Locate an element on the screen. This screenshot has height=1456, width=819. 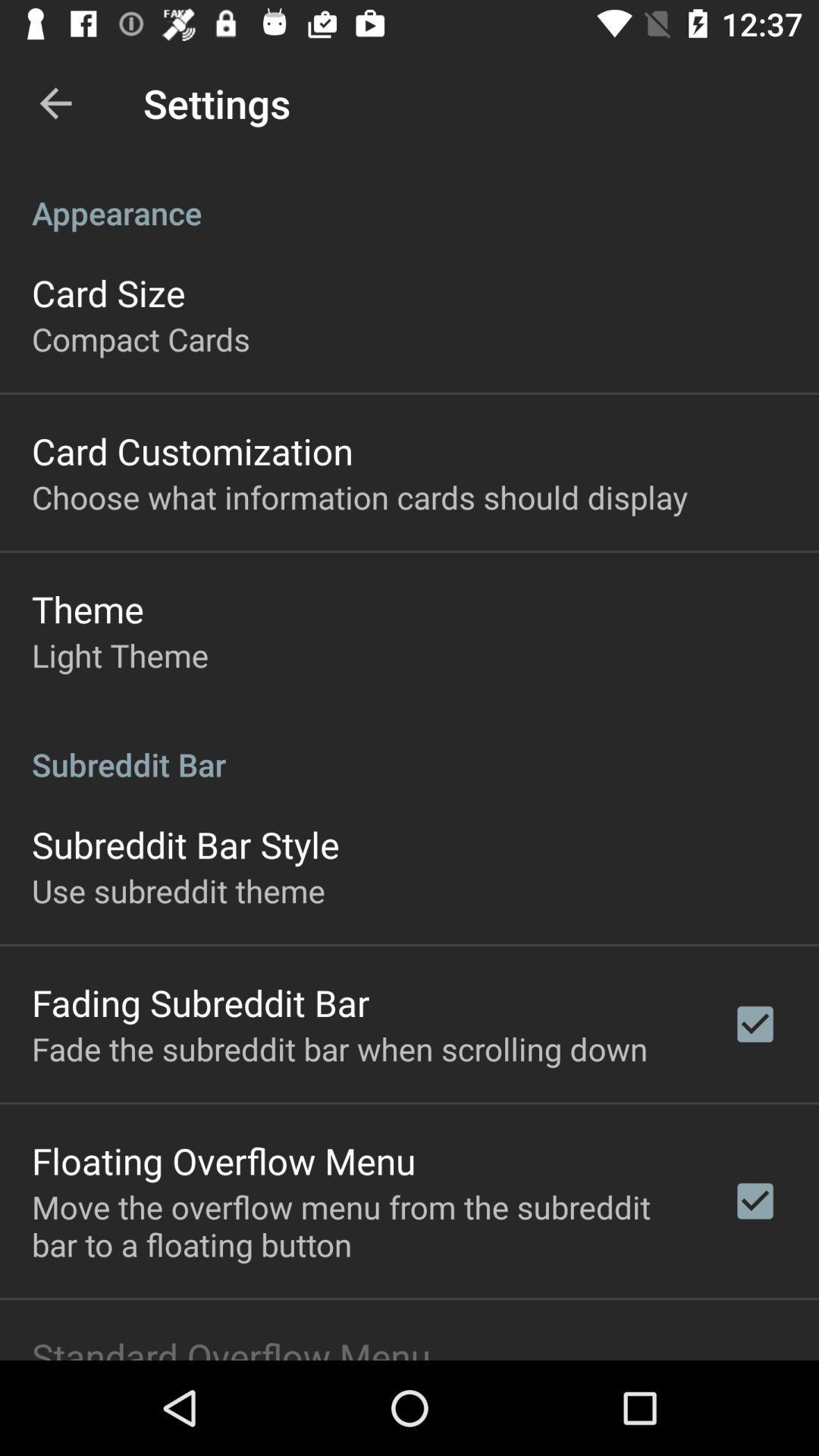
the card size is located at coordinates (108, 293).